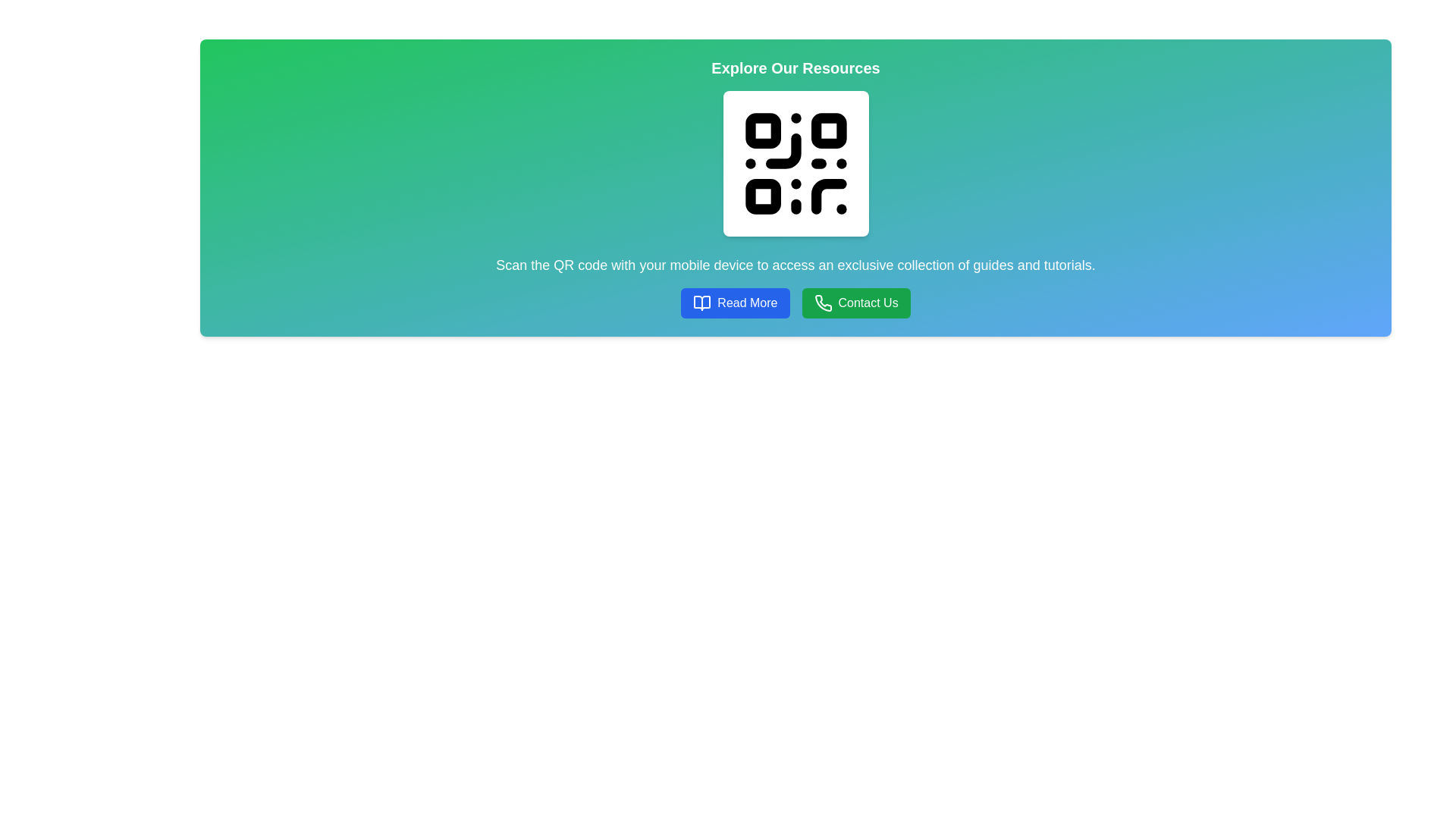  I want to click on the text element that reads 'Scan the QR code with your mobile device, so click(795, 265).